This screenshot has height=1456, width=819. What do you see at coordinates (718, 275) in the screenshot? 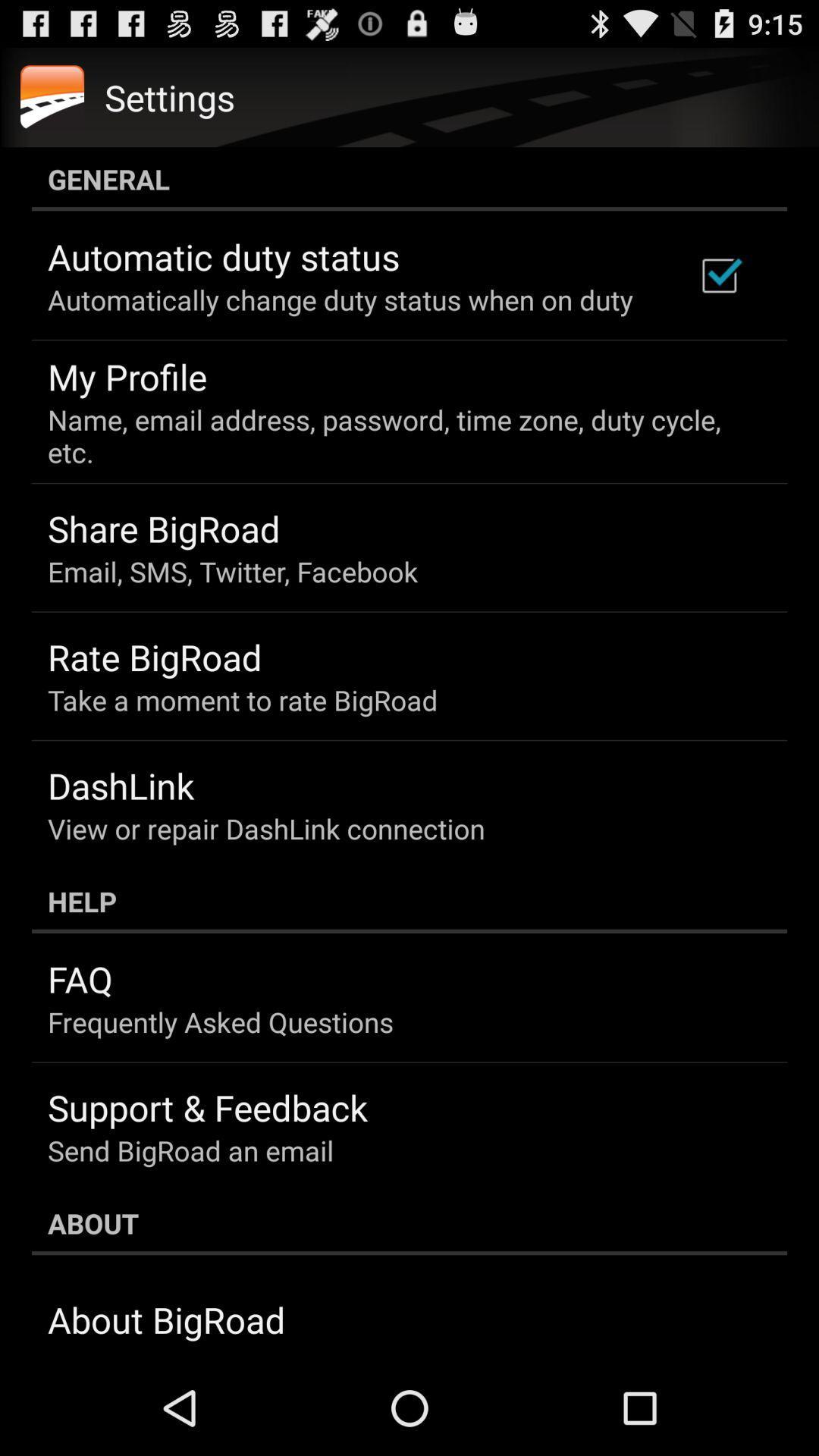
I see `icon to the right of the automatically change duty app` at bounding box center [718, 275].